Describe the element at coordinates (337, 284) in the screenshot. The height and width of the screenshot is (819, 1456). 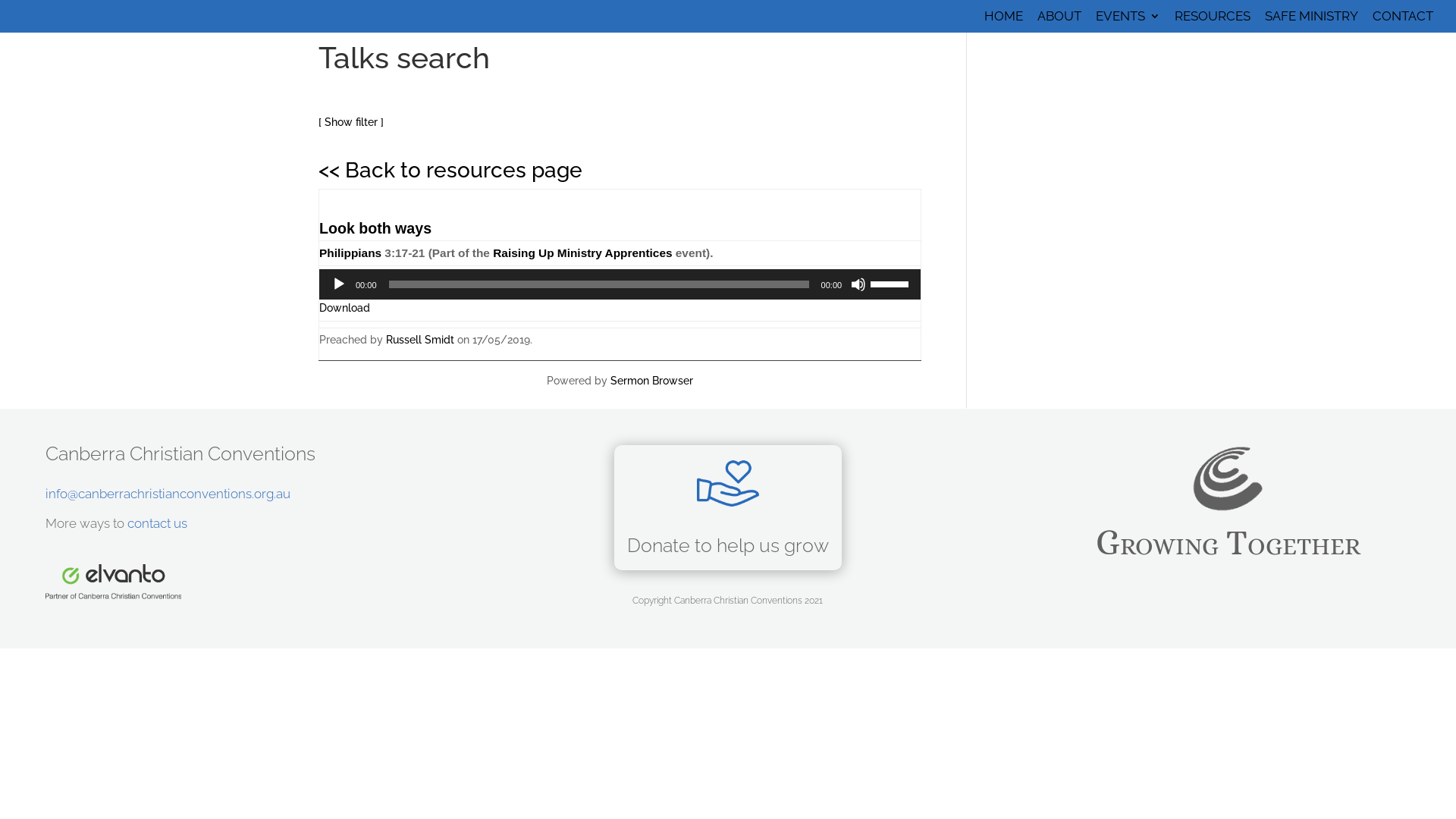
I see `'Play'` at that location.